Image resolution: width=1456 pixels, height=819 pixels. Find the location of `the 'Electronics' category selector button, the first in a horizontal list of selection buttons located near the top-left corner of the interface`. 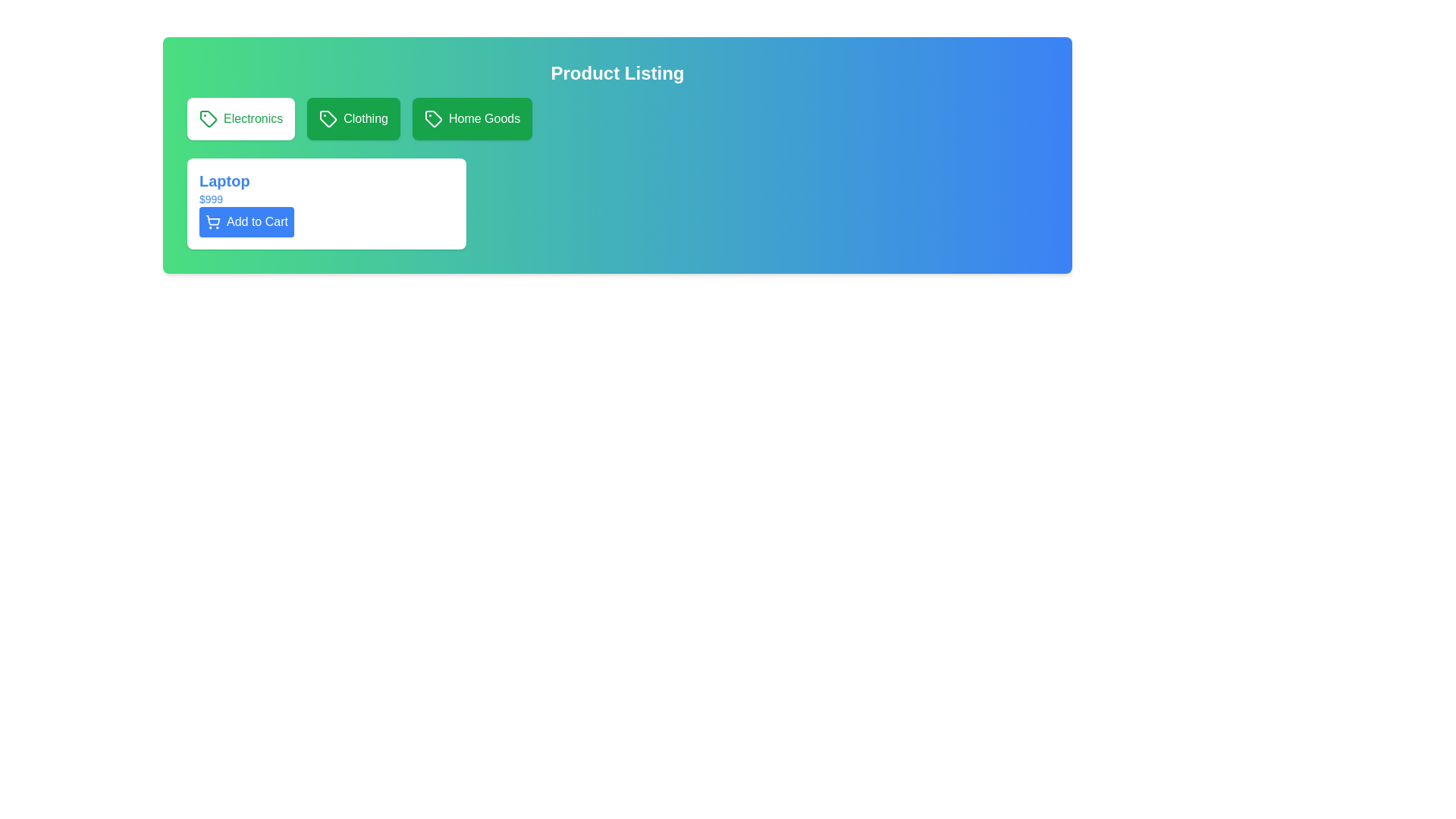

the 'Electronics' category selector button, the first in a horizontal list of selection buttons located near the top-left corner of the interface is located at coordinates (240, 118).